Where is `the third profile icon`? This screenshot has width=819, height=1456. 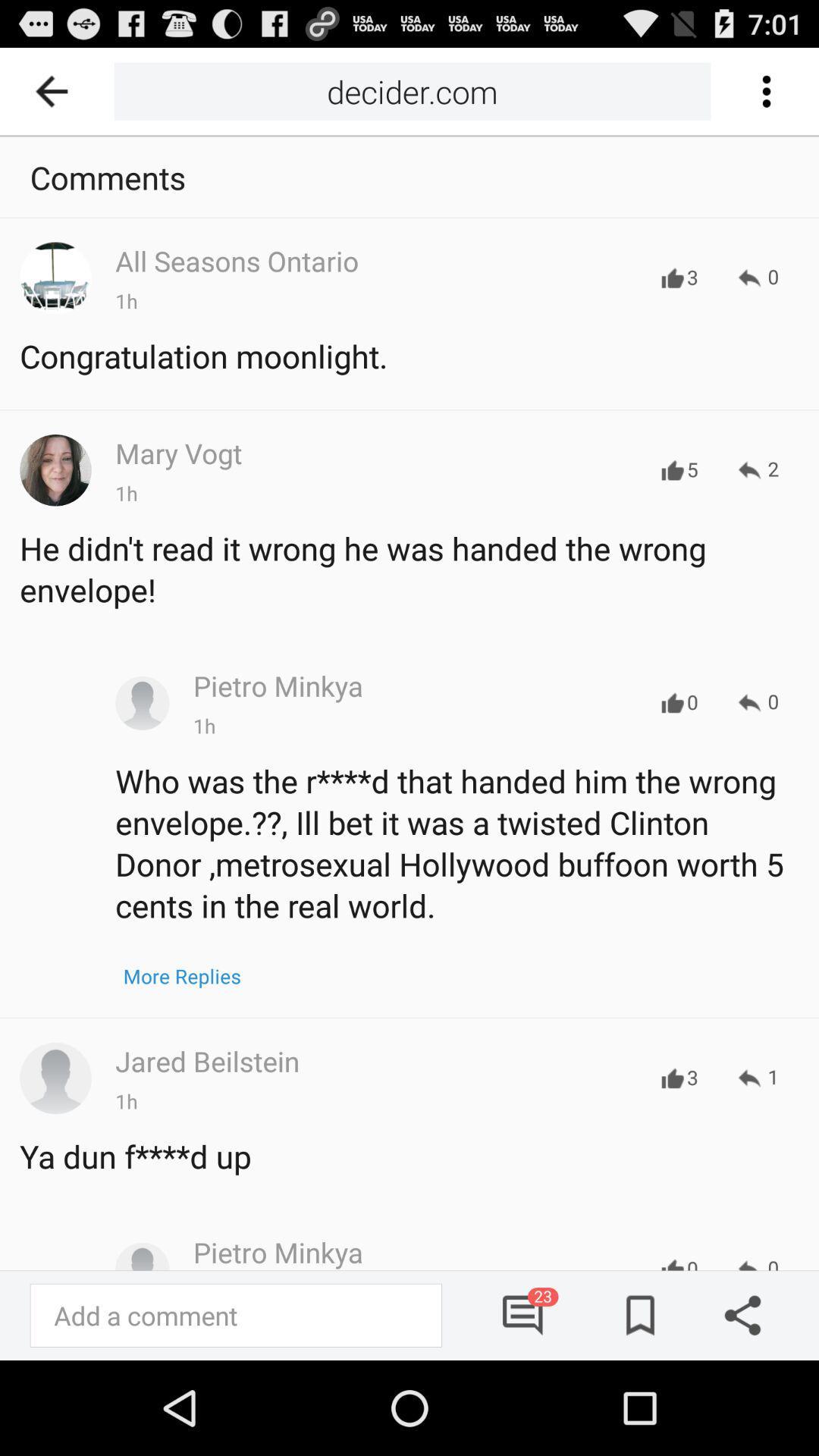 the third profile icon is located at coordinates (55, 1077).